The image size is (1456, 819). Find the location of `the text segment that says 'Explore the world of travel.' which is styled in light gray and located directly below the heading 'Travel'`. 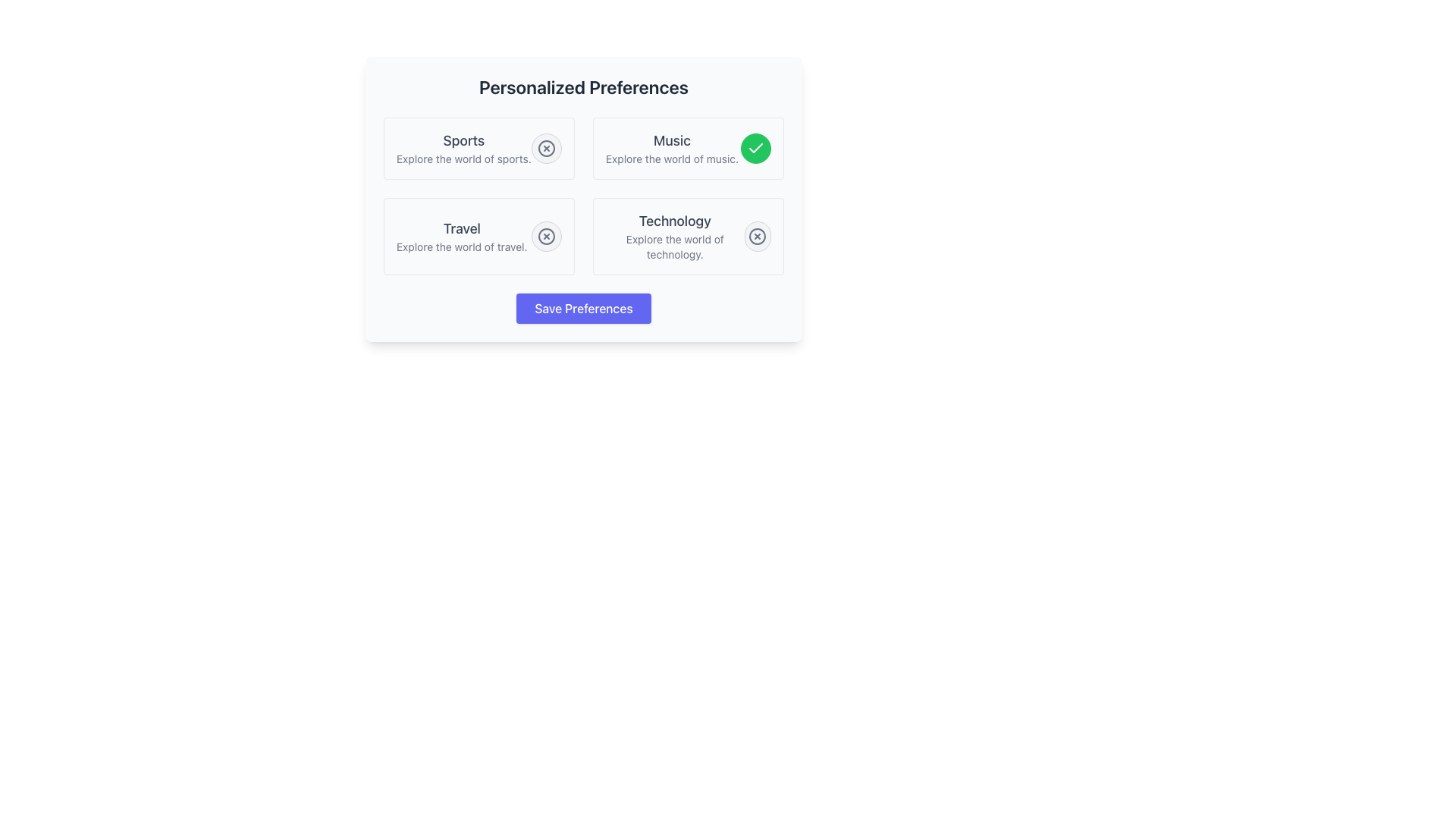

the text segment that says 'Explore the world of travel.' which is styled in light gray and located directly below the heading 'Travel' is located at coordinates (461, 246).